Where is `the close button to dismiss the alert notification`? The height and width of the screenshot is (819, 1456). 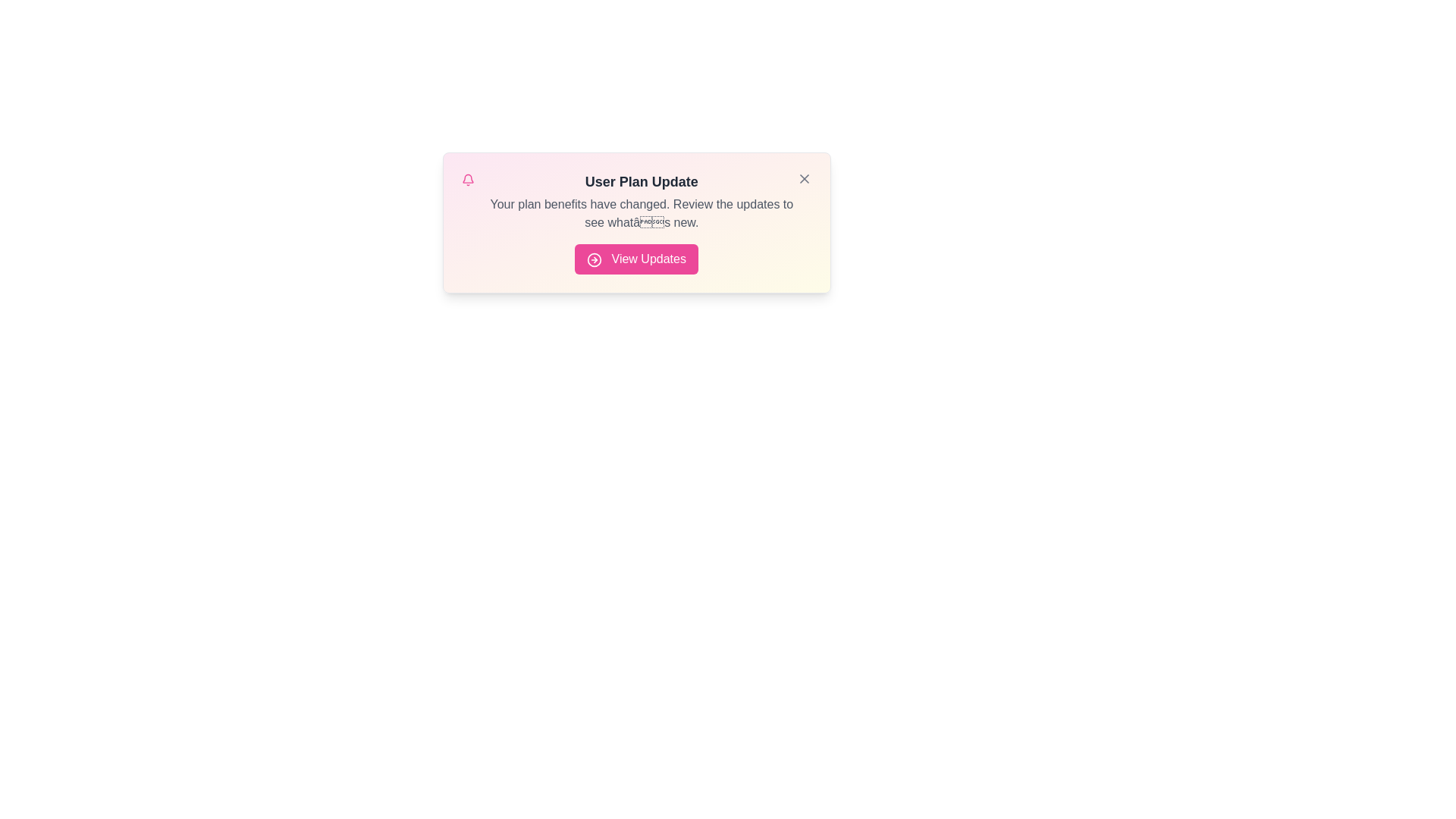 the close button to dismiss the alert notification is located at coordinates (803, 177).